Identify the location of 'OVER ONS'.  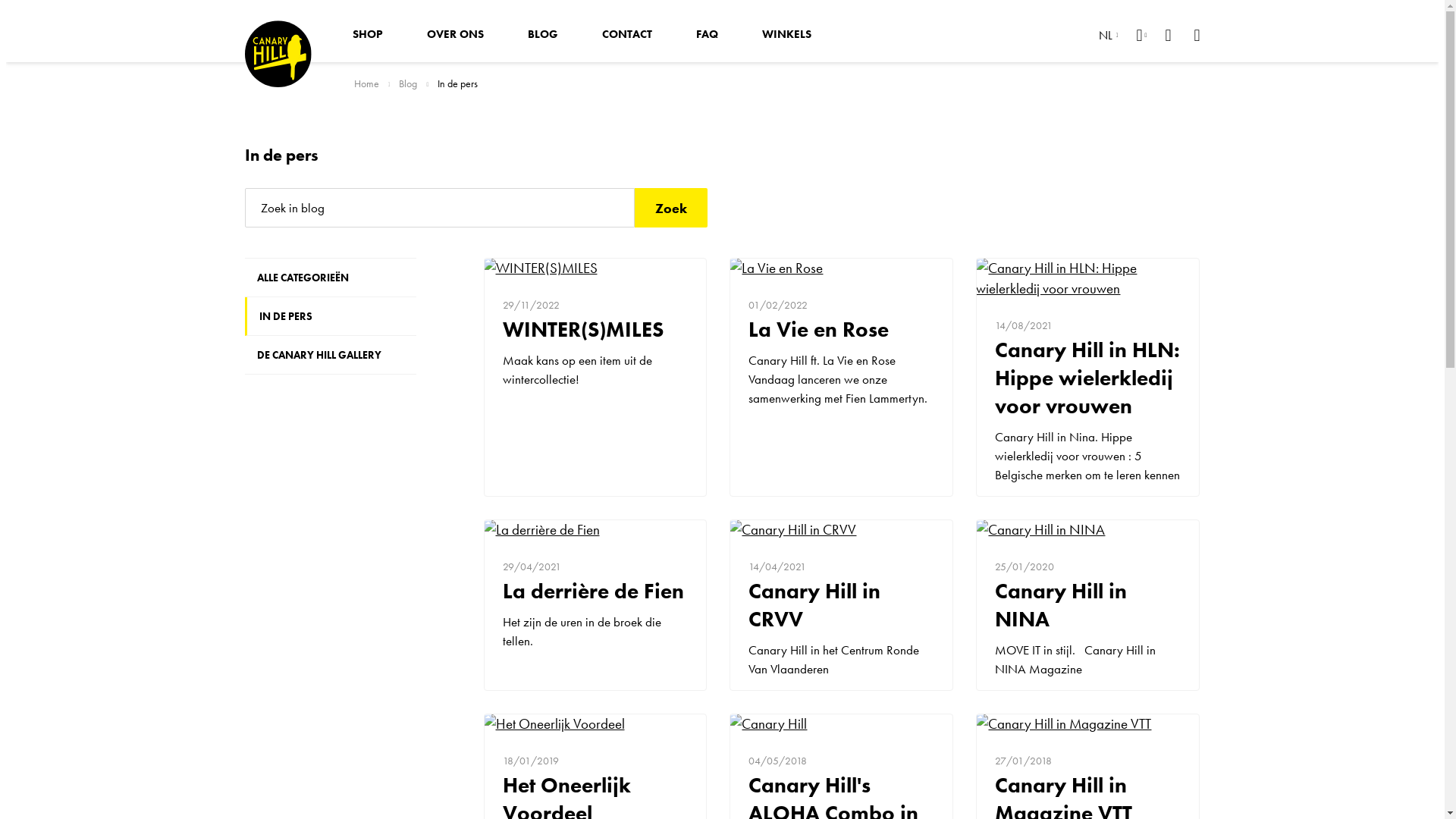
(406, 34).